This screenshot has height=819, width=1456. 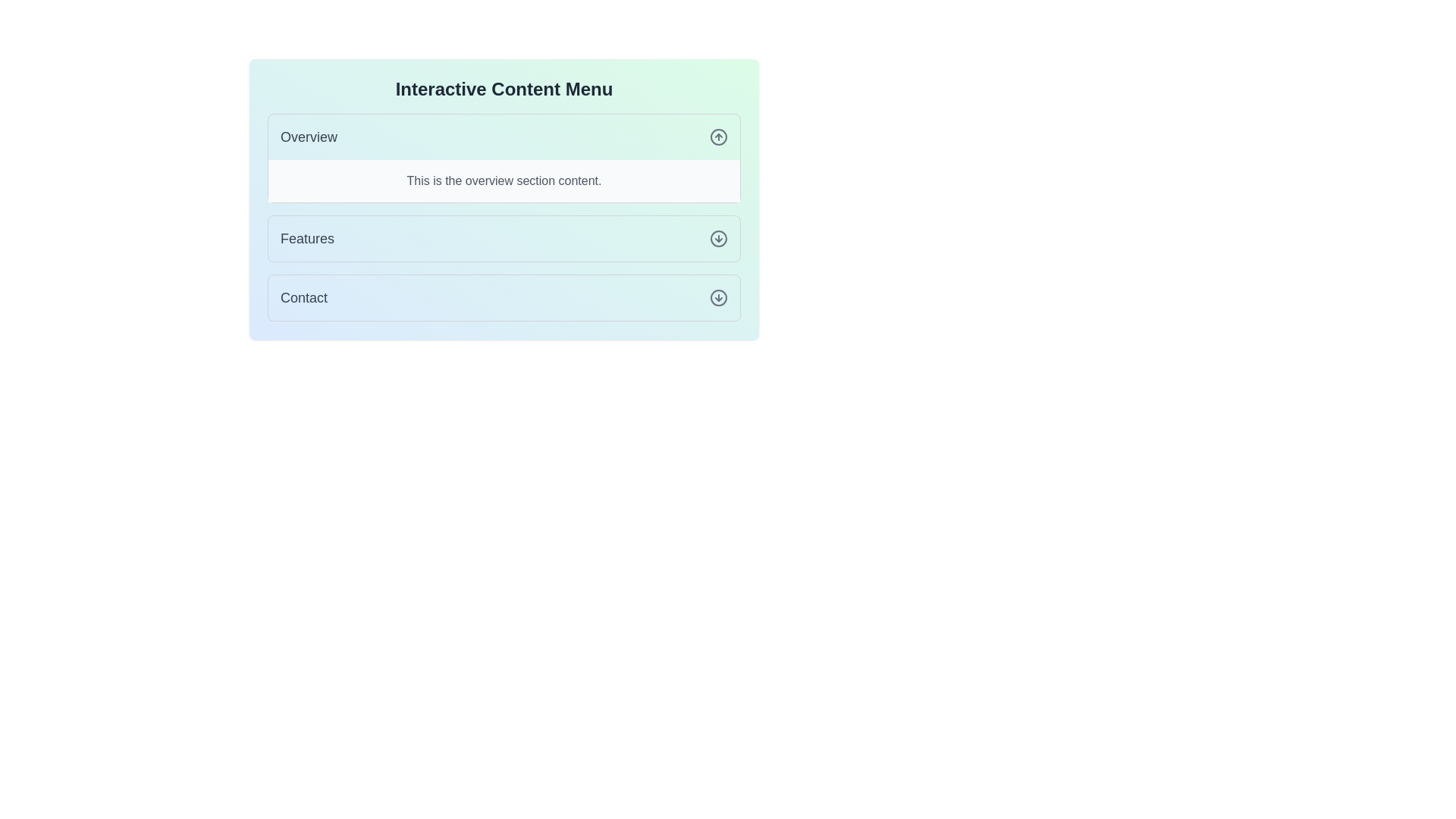 What do you see at coordinates (718, 239) in the screenshot?
I see `the circular icon with a downward arrow located to the right of the 'Features' button in the vertical stack of menu items` at bounding box center [718, 239].